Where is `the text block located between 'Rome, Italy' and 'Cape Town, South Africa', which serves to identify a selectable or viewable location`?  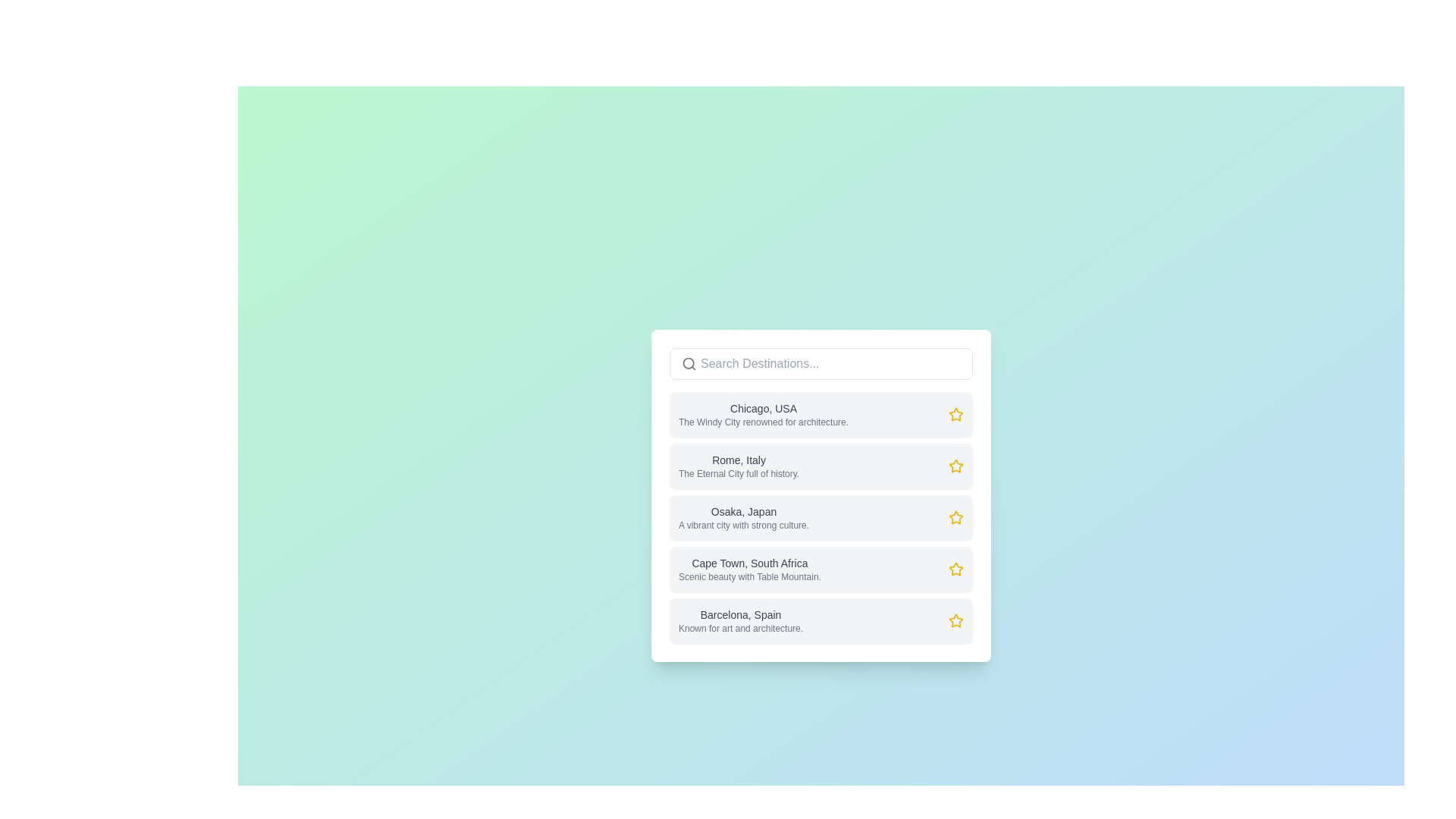 the text block located between 'Rome, Italy' and 'Cape Town, South Africa', which serves to identify a selectable or viewable location is located at coordinates (744, 516).